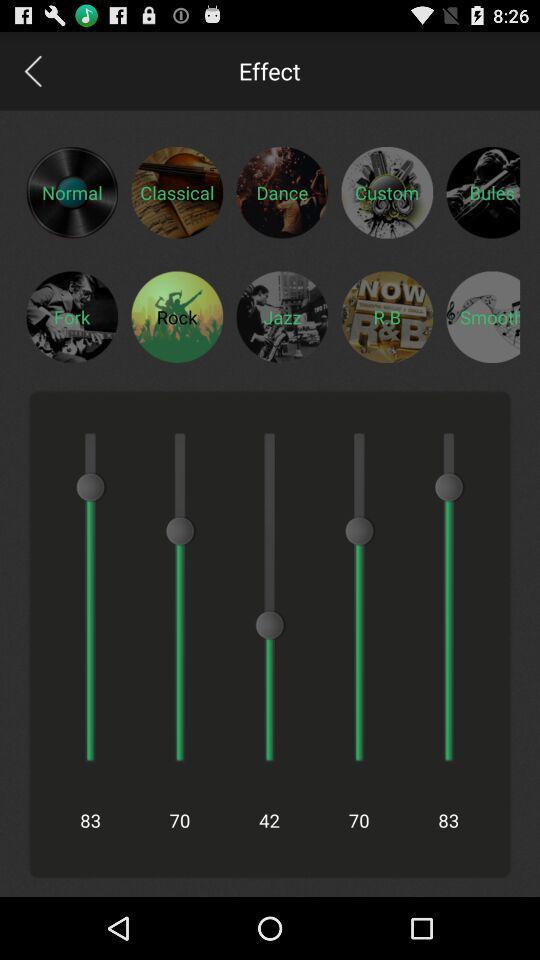 The height and width of the screenshot is (960, 540). I want to click on effect, so click(177, 316).